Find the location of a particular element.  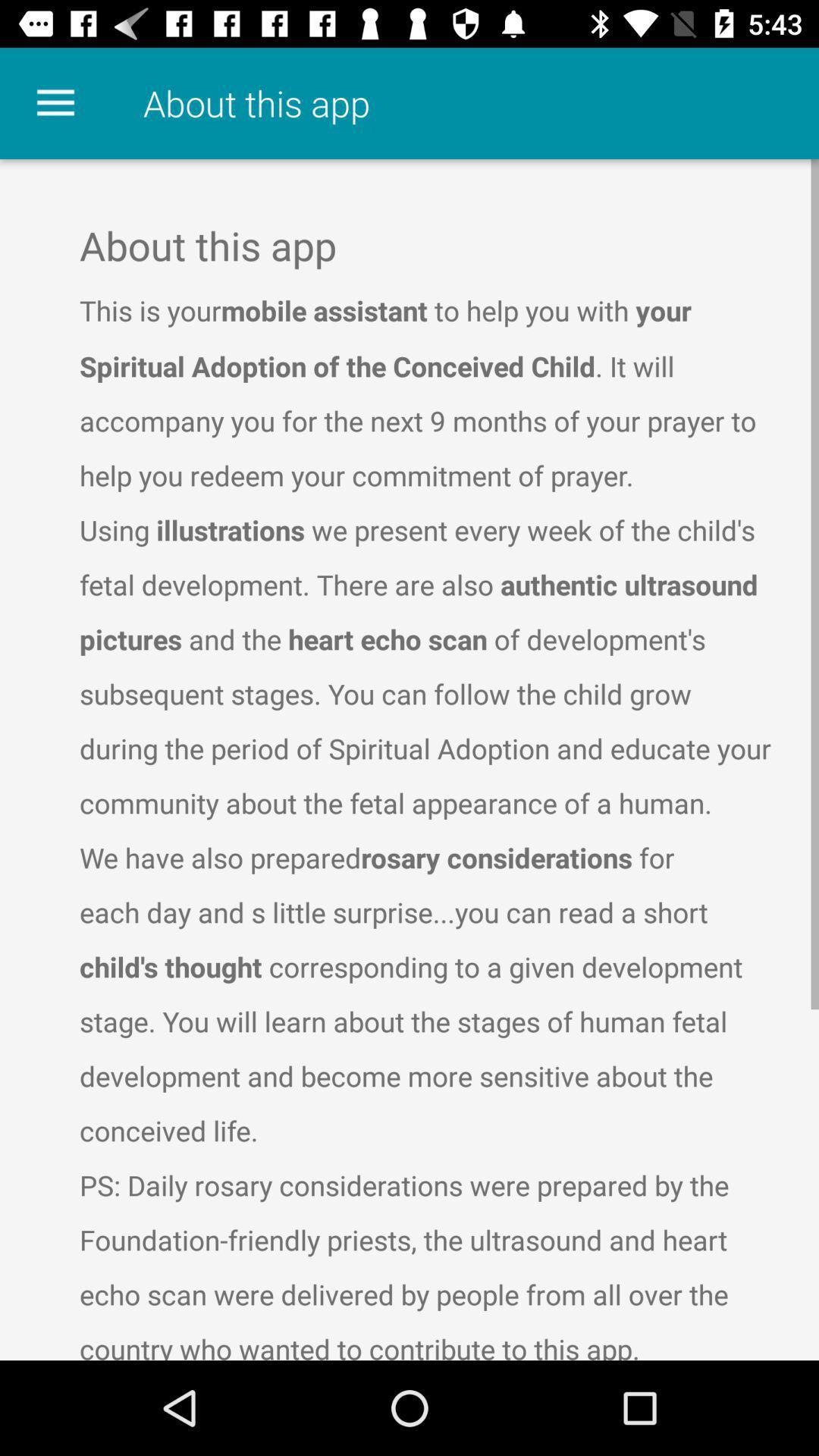

the item at the top left corner is located at coordinates (55, 102).